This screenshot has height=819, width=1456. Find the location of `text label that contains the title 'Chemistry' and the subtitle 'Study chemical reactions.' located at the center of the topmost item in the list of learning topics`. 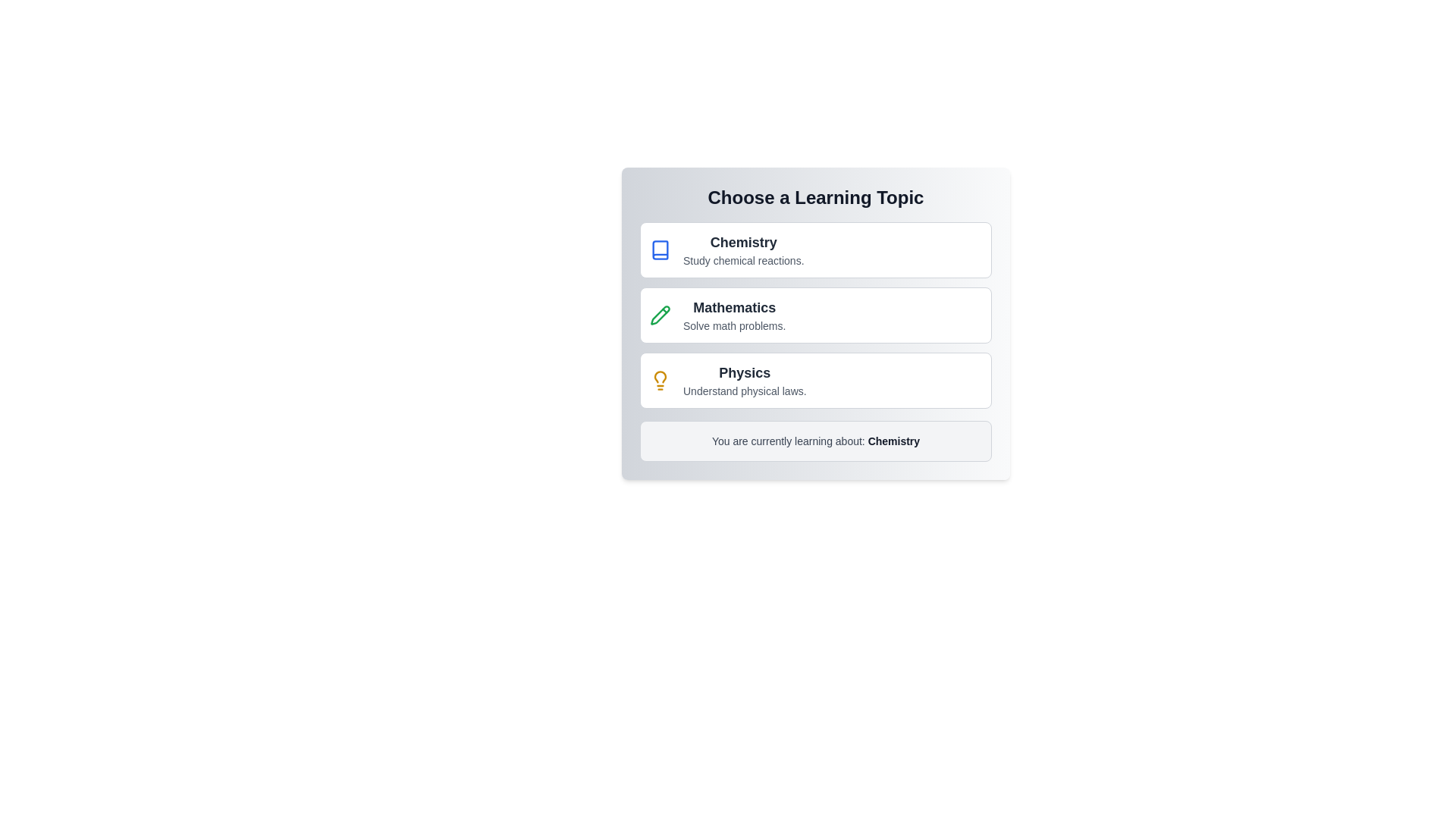

text label that contains the title 'Chemistry' and the subtitle 'Study chemical reactions.' located at the center of the topmost item in the list of learning topics is located at coordinates (743, 249).